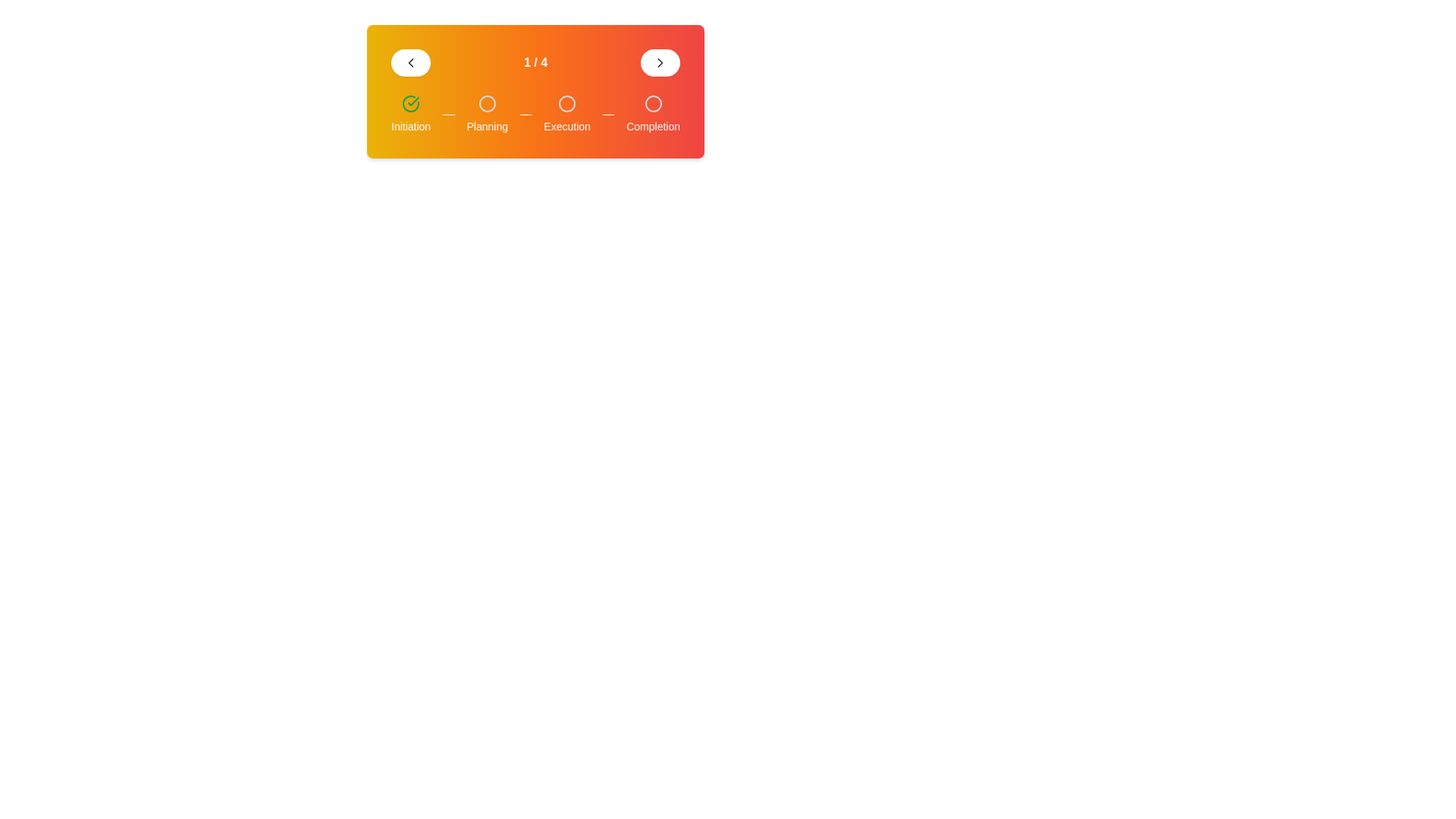 Image resolution: width=1456 pixels, height=819 pixels. Describe the element at coordinates (487, 125) in the screenshot. I see `the label text displaying 'Planning', which is positioned below the second circular icon in a workflow diagram, centrally aligned with the icon` at that location.